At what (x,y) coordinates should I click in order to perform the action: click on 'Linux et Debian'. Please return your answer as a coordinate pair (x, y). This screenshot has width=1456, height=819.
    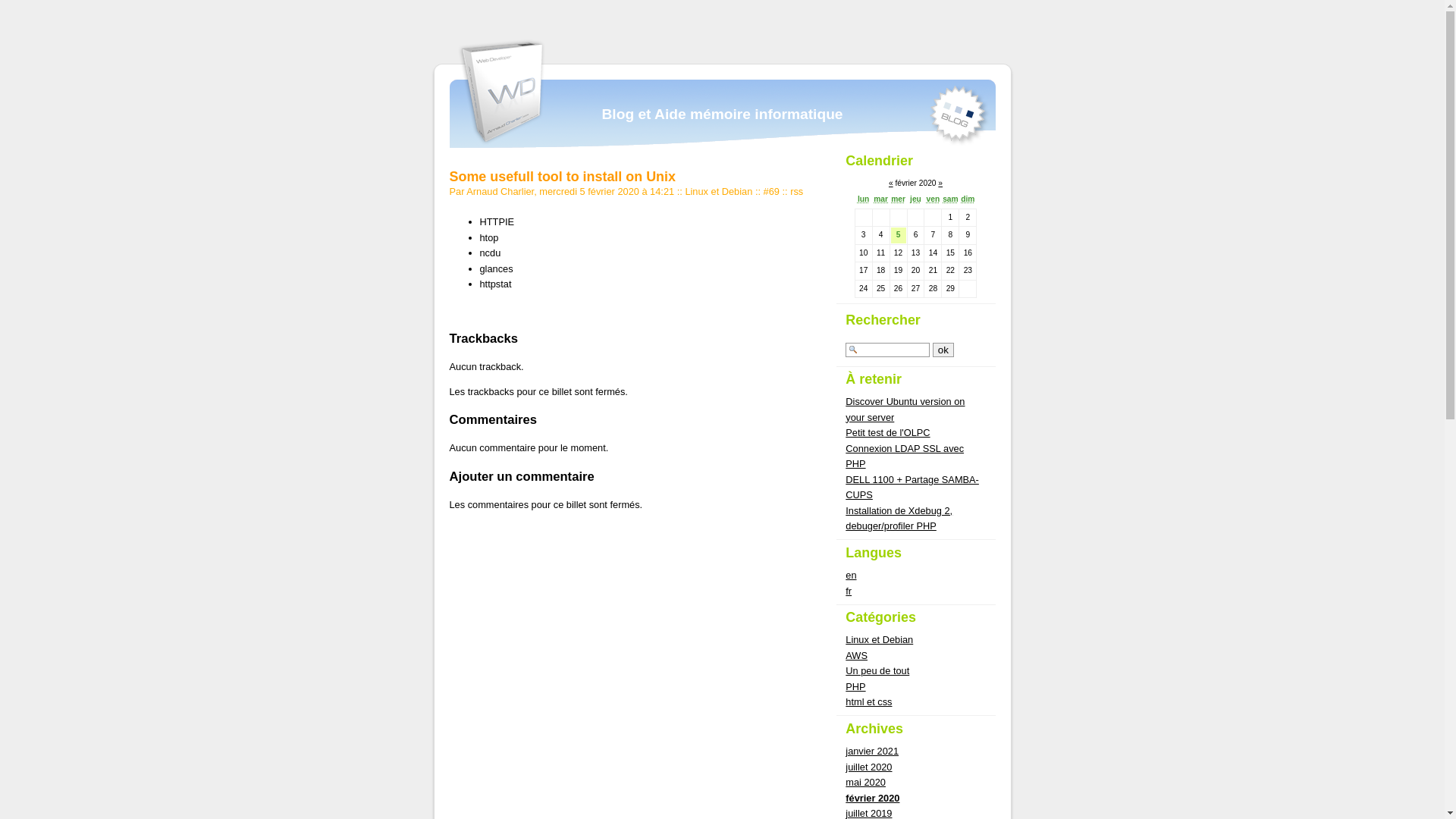
    Looking at the image, I should click on (717, 190).